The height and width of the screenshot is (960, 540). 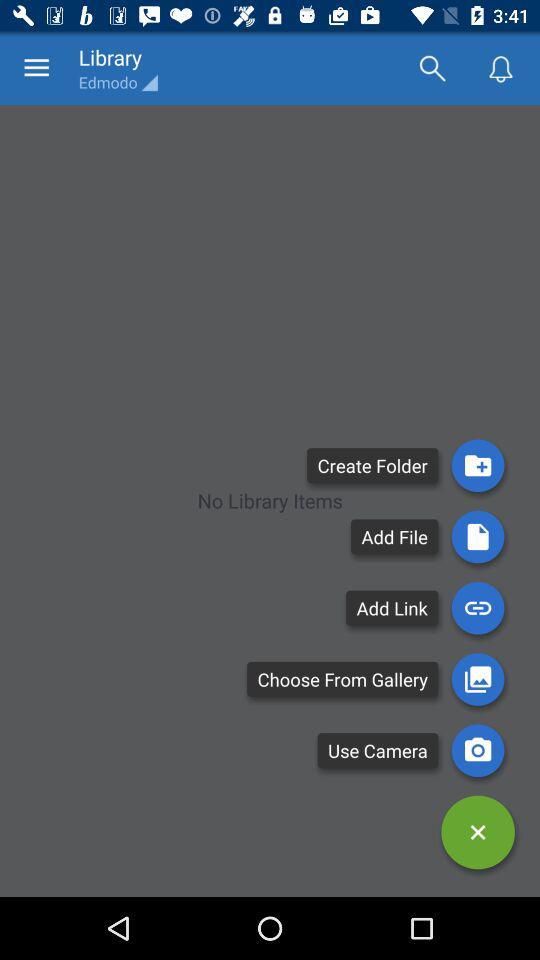 What do you see at coordinates (477, 465) in the screenshot?
I see `new folder` at bounding box center [477, 465].